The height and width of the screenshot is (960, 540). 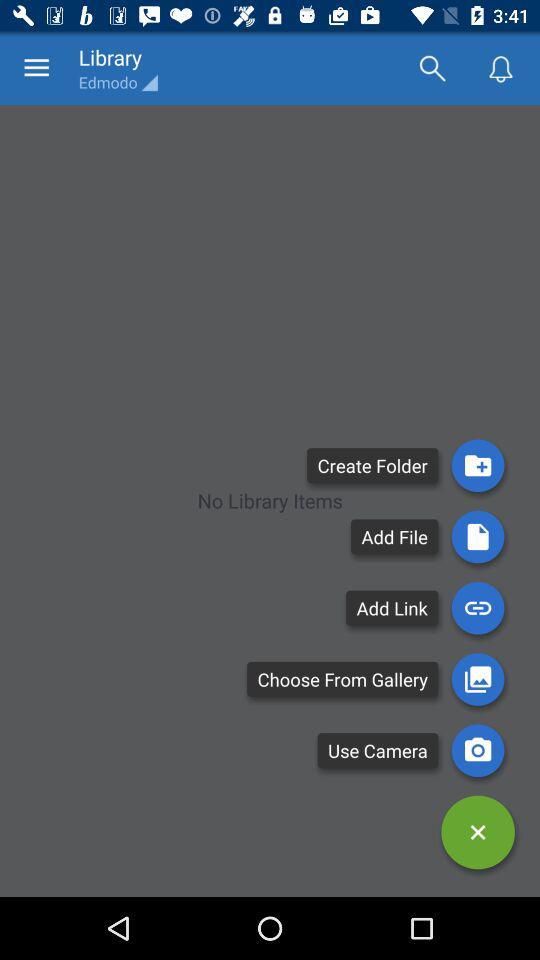 What do you see at coordinates (477, 465) in the screenshot?
I see `new folder` at bounding box center [477, 465].